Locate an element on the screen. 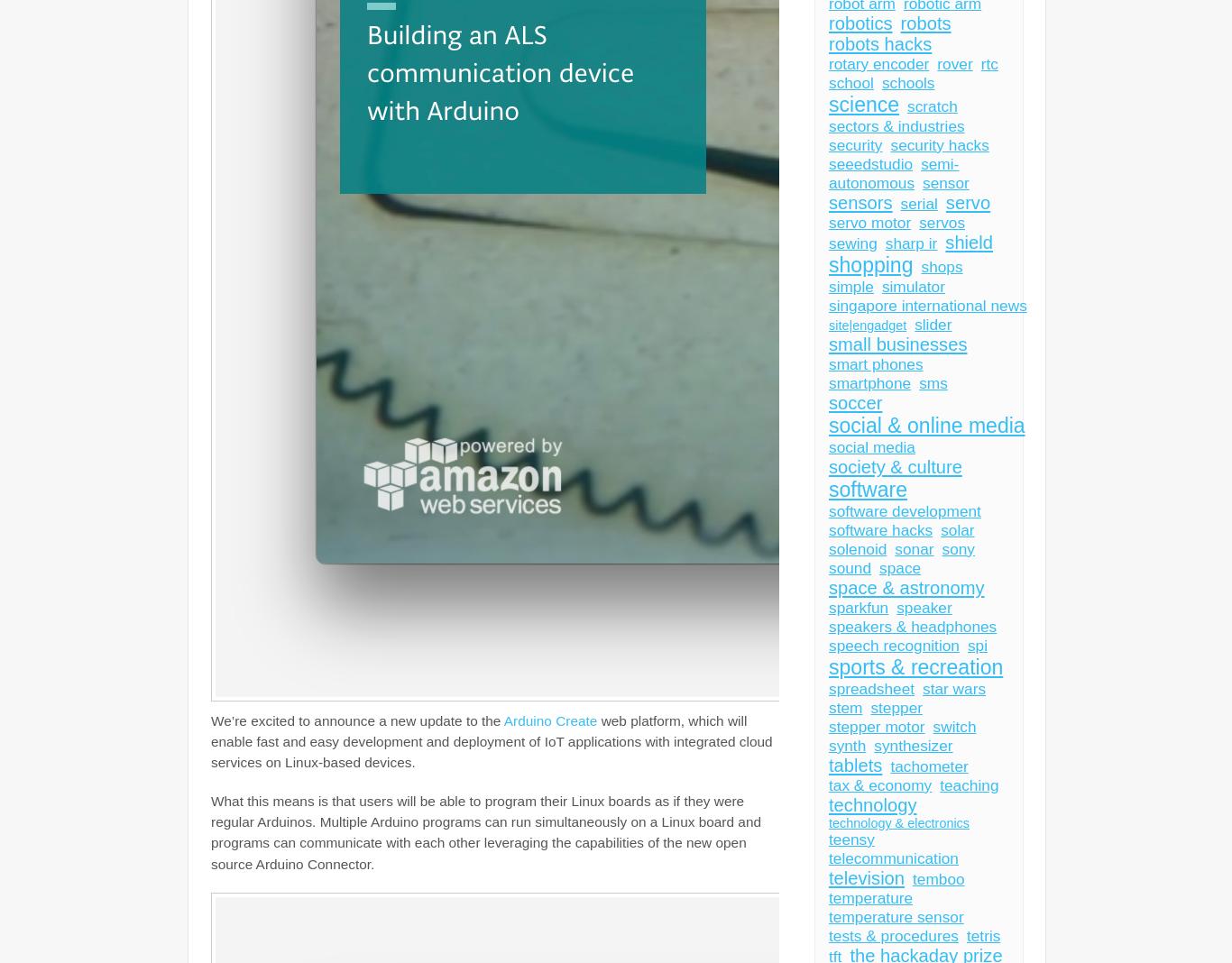  'sparkfun' is located at coordinates (858, 608).